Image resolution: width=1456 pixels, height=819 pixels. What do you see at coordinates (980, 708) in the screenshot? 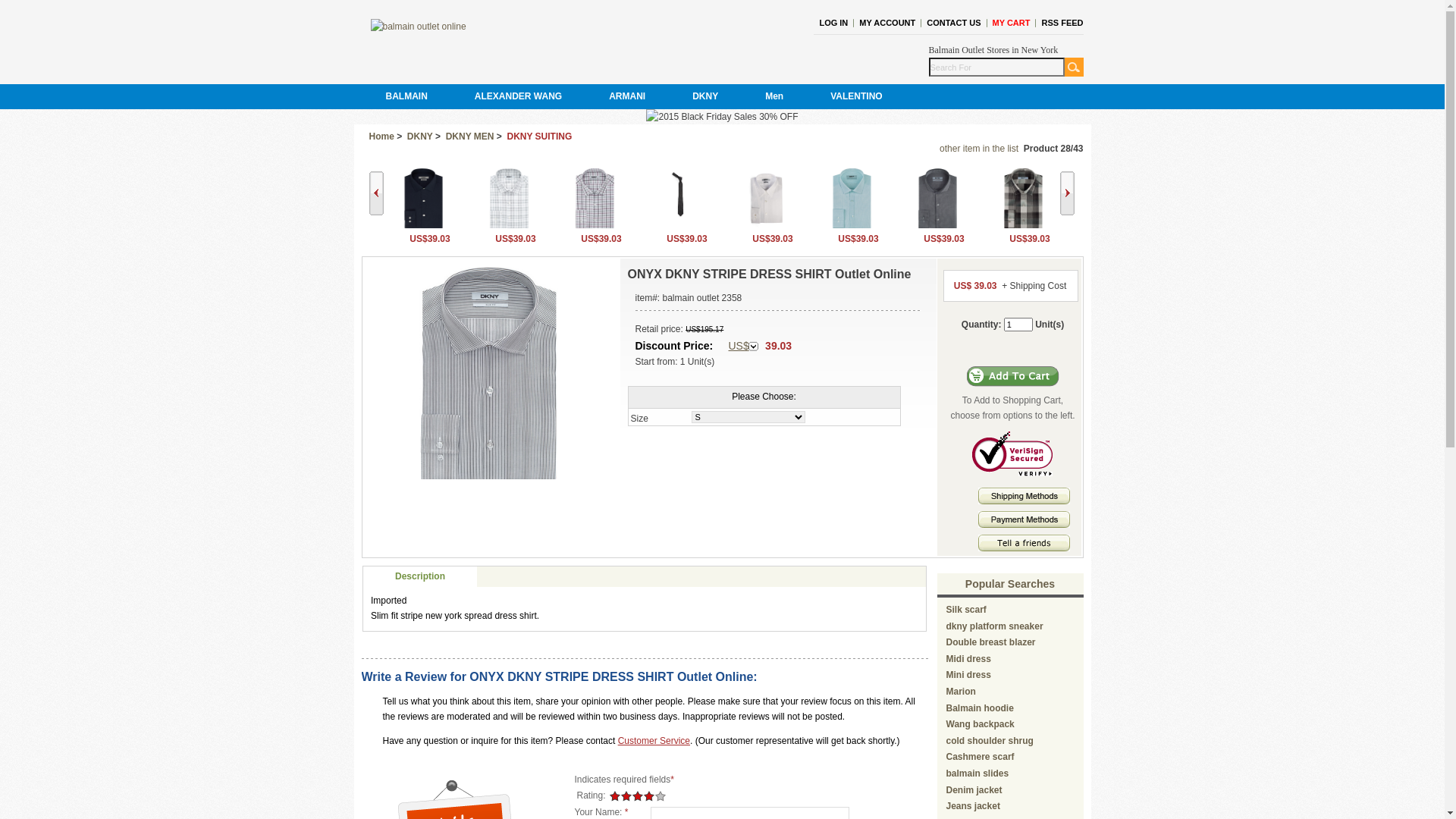
I see `'Balmain hoodie'` at bounding box center [980, 708].